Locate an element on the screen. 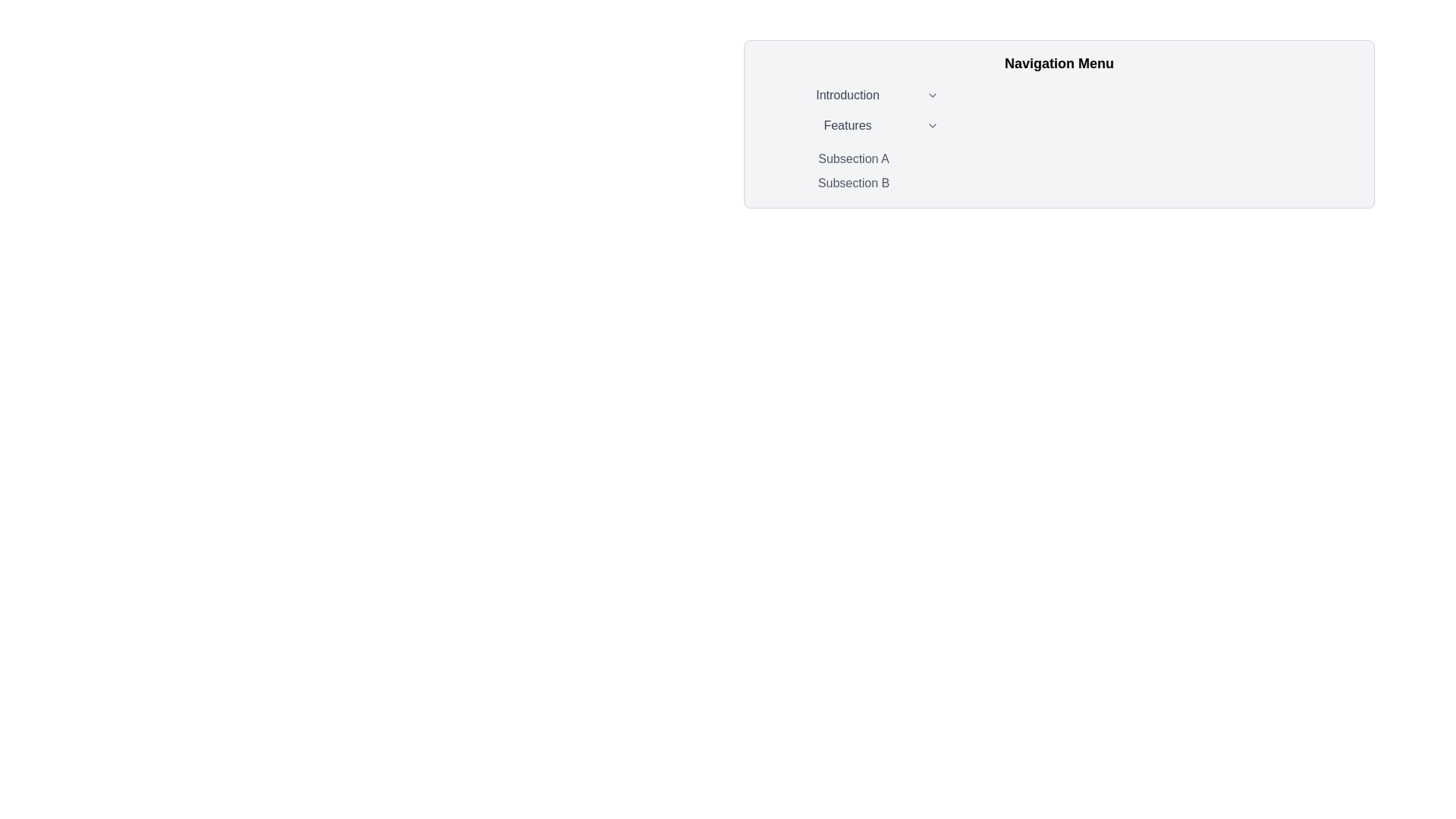  text content of the static text label displaying 'Features', which is centrally aligned within its menu section is located at coordinates (847, 124).